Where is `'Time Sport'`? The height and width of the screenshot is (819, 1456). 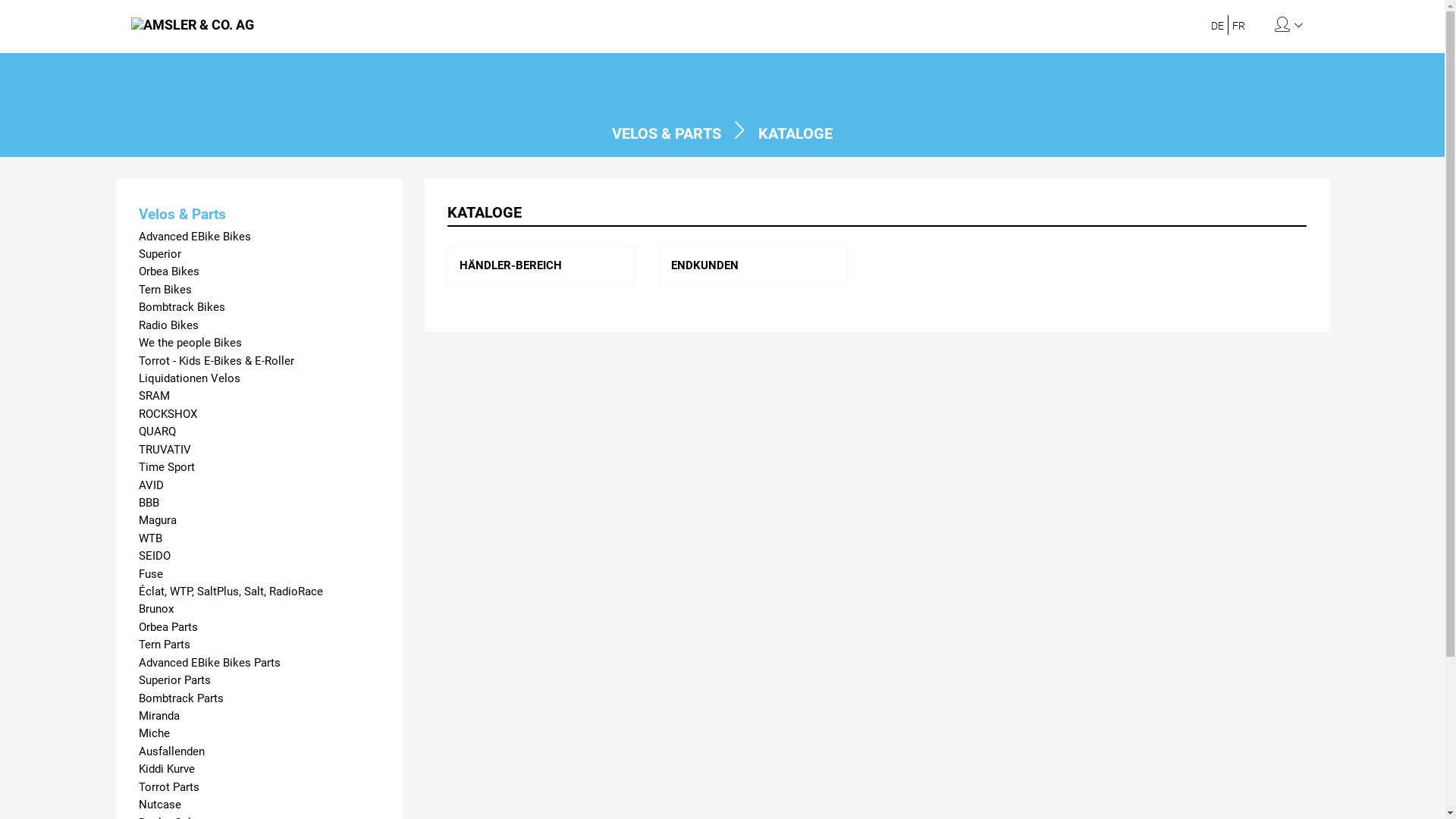
'Time Sport' is located at coordinates (258, 466).